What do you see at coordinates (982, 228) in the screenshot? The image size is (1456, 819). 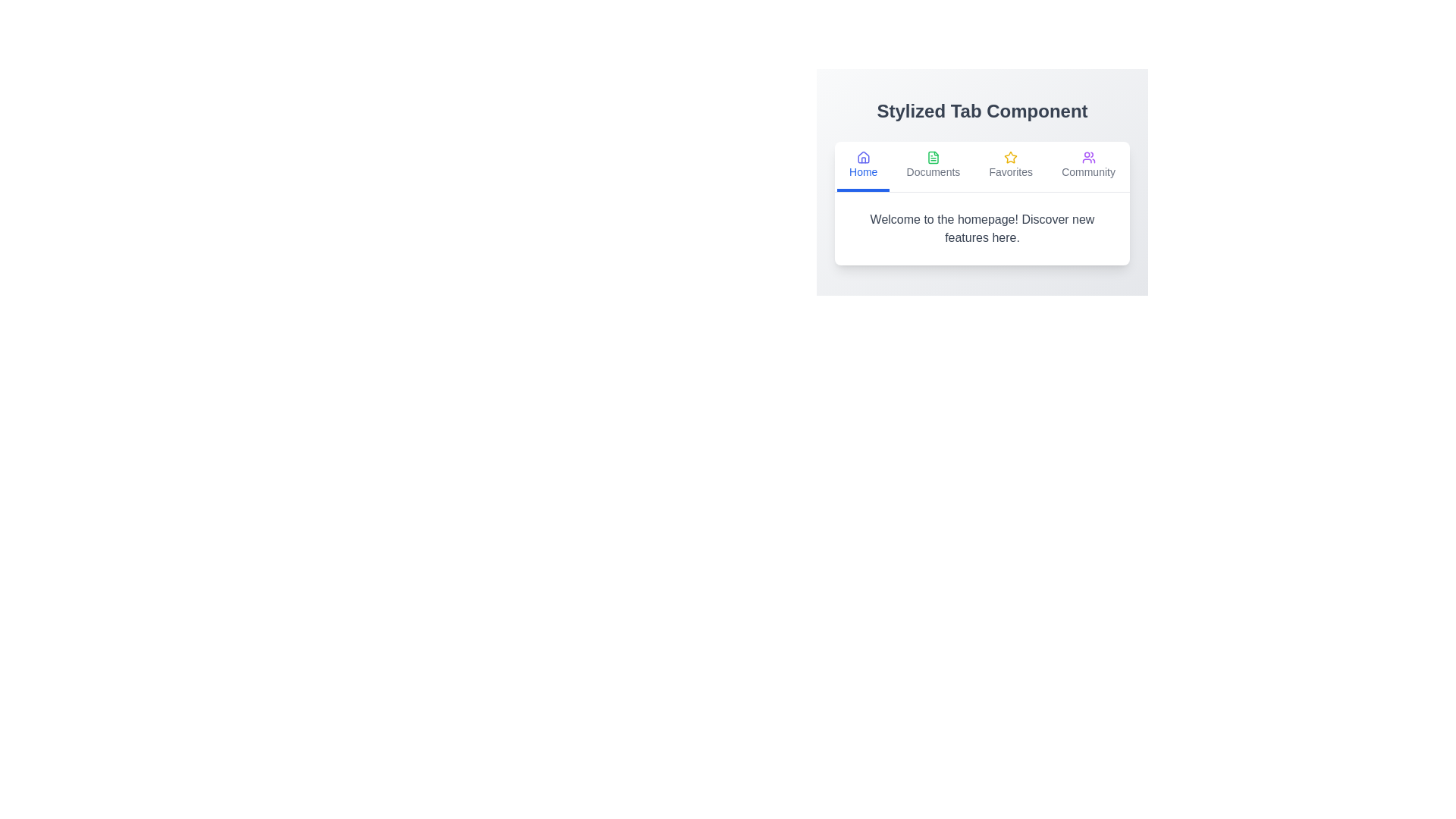 I see `the welcoming message text content that informs users about the homepage and invites them` at bounding box center [982, 228].